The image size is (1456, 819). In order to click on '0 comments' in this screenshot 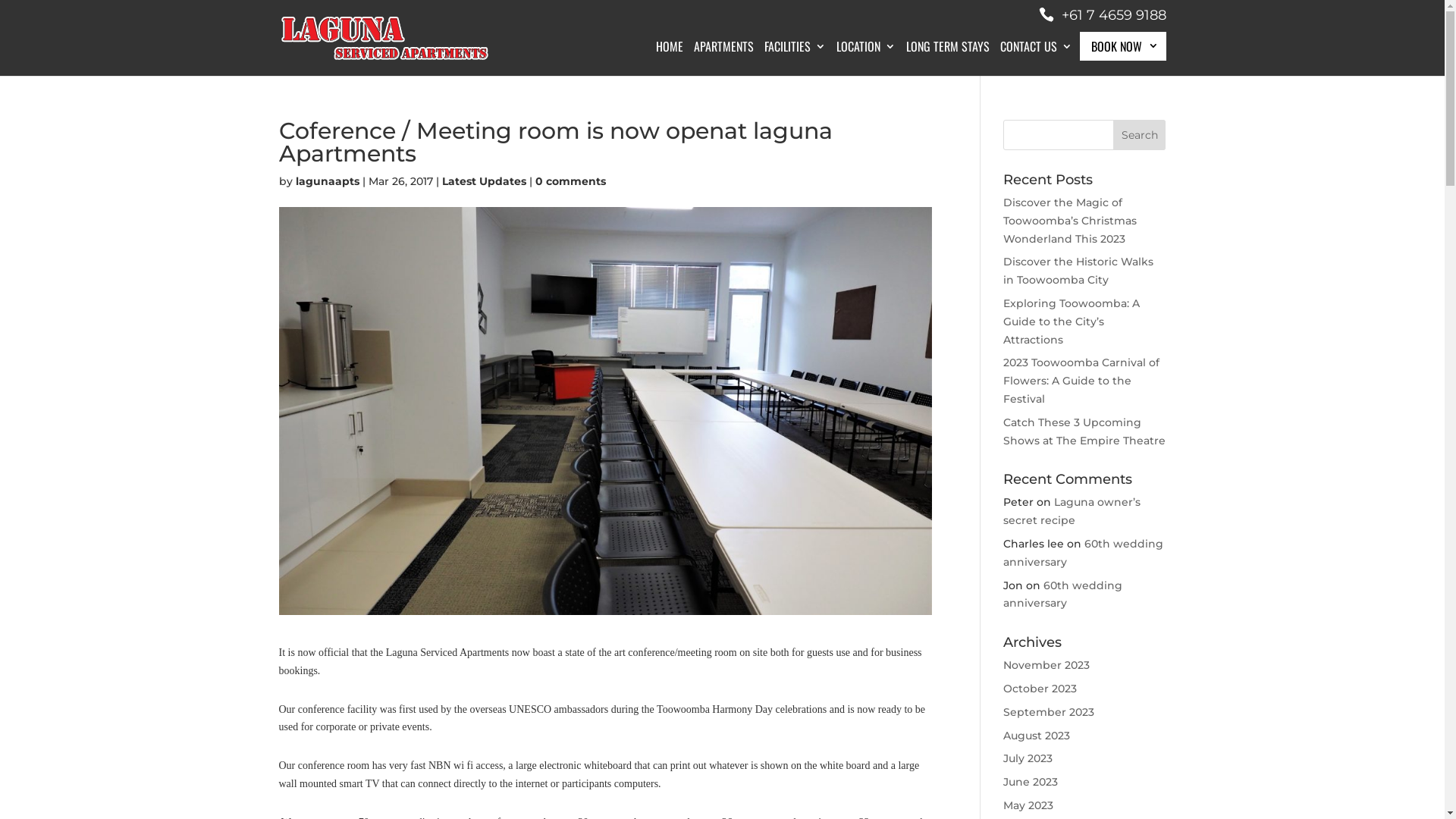, I will do `click(570, 180)`.